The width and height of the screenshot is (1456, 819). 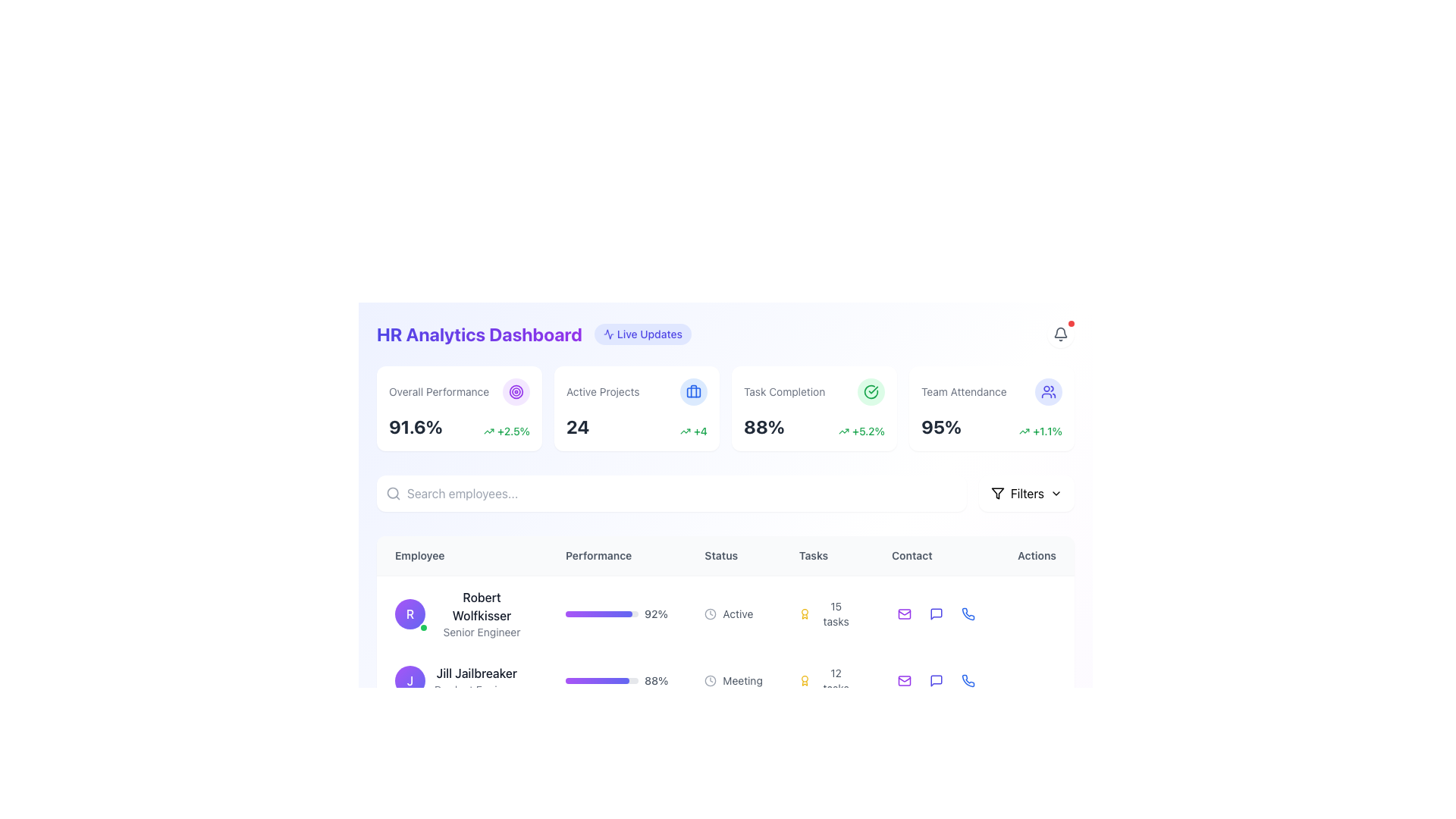 What do you see at coordinates (936, 614) in the screenshot?
I see `the chat icon button, which is a speech bubble outlined in indigo color, located in the 'Contact' column of Robert Wolfkisser's row in the HR Analytics Dashboard` at bounding box center [936, 614].